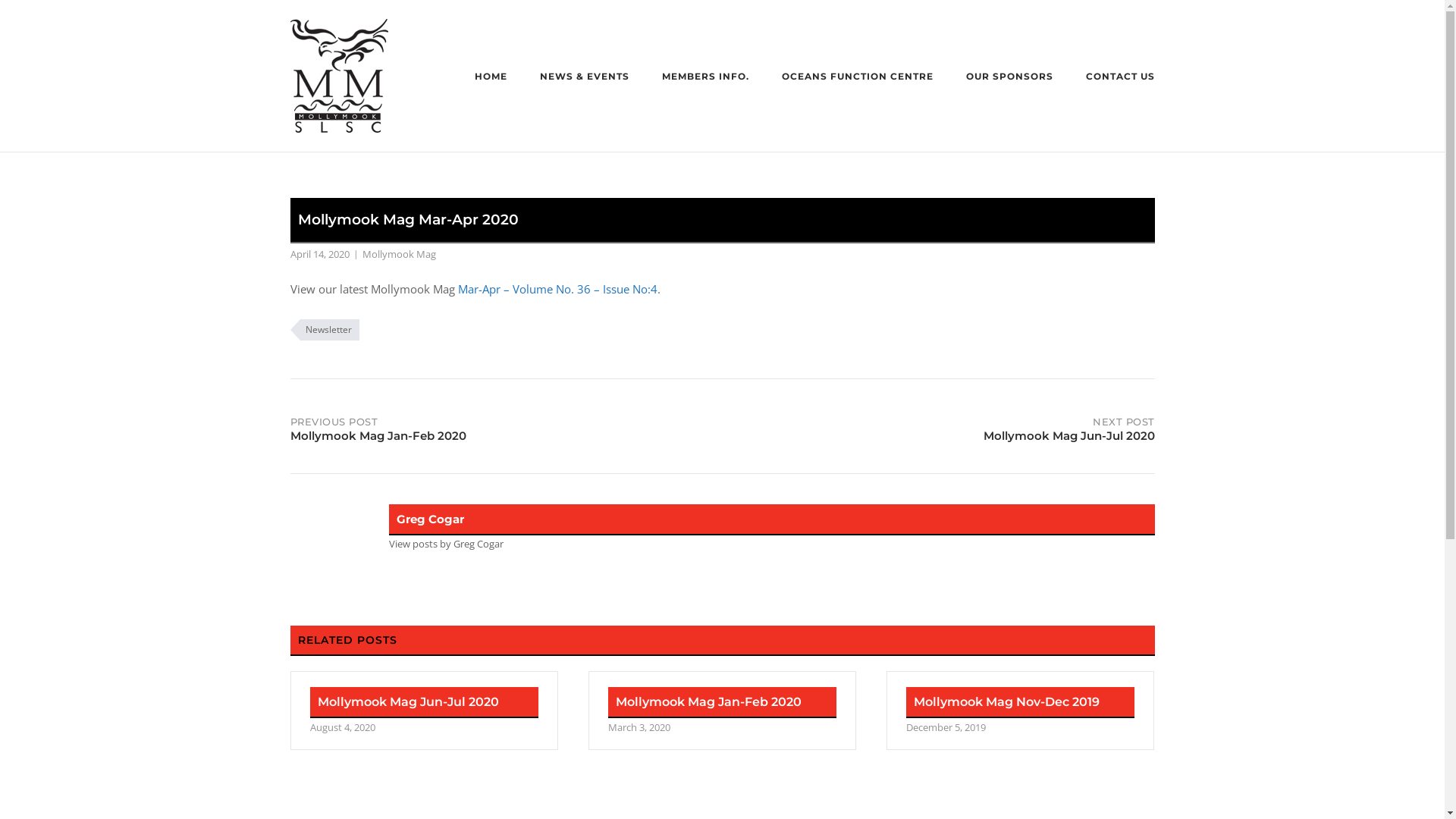 The height and width of the screenshot is (819, 1456). Describe the element at coordinates (937, 426) in the screenshot. I see `'NEXT POST` at that location.